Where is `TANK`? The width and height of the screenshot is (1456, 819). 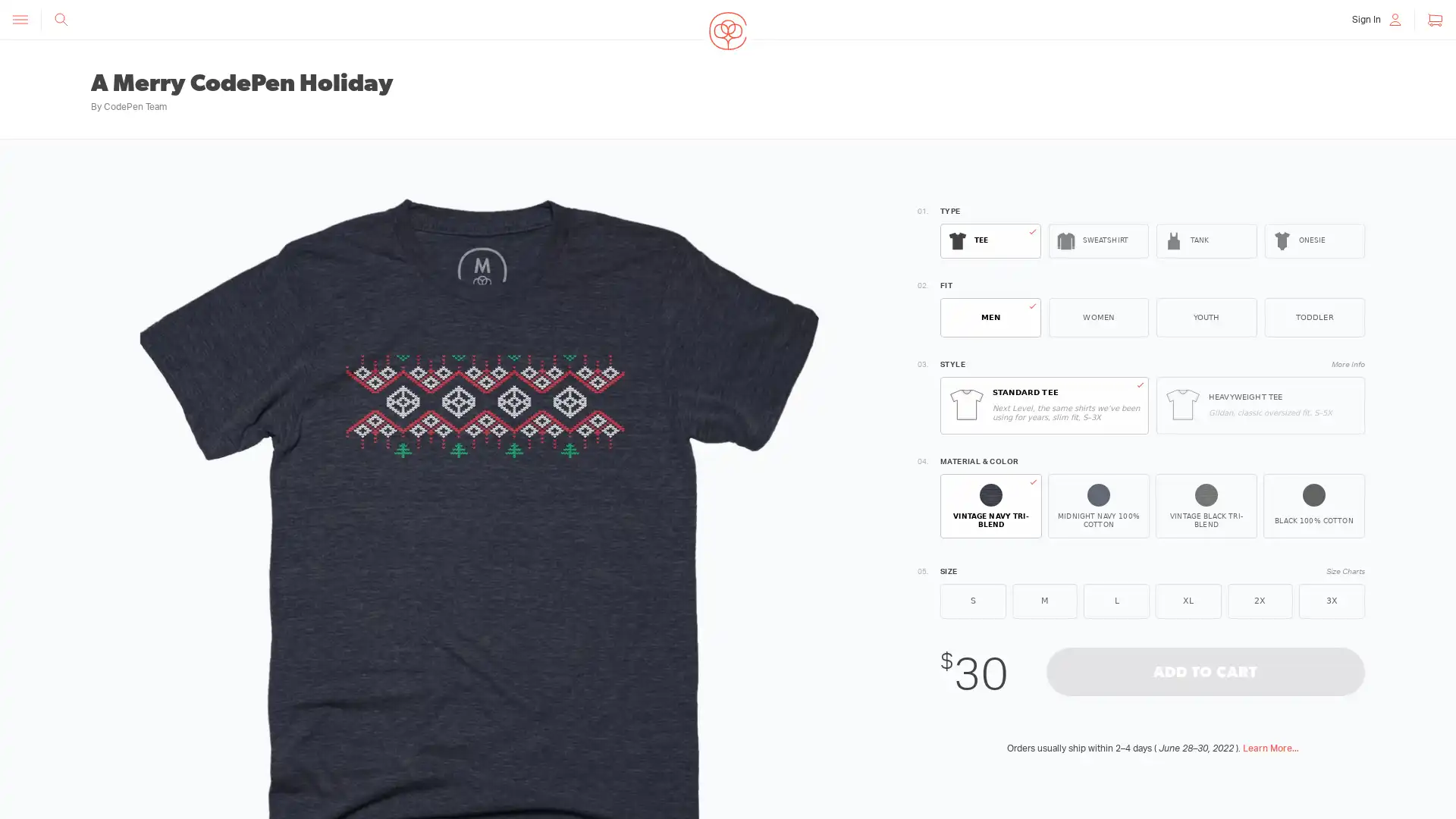
TANK is located at coordinates (1205, 240).